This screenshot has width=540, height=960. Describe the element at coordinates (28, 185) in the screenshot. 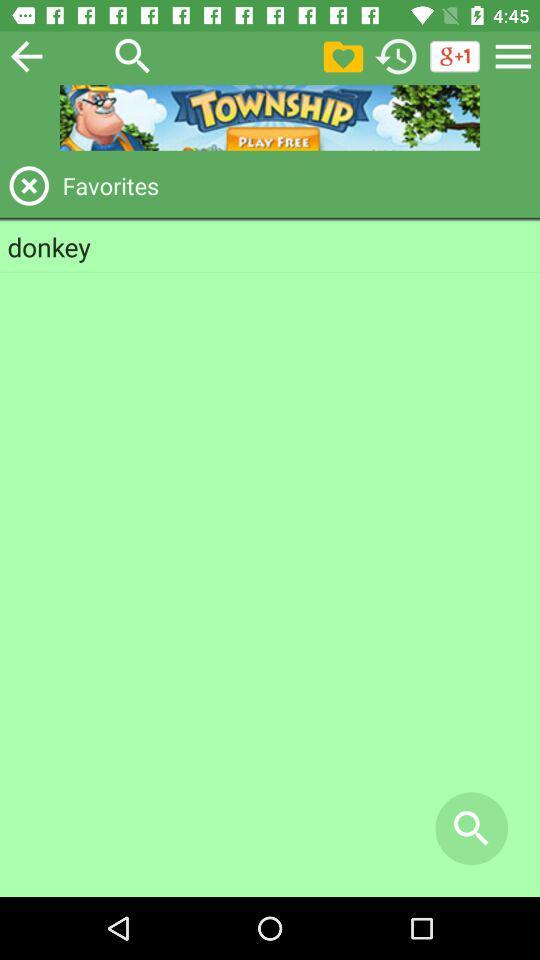

I see `the close icon` at that location.